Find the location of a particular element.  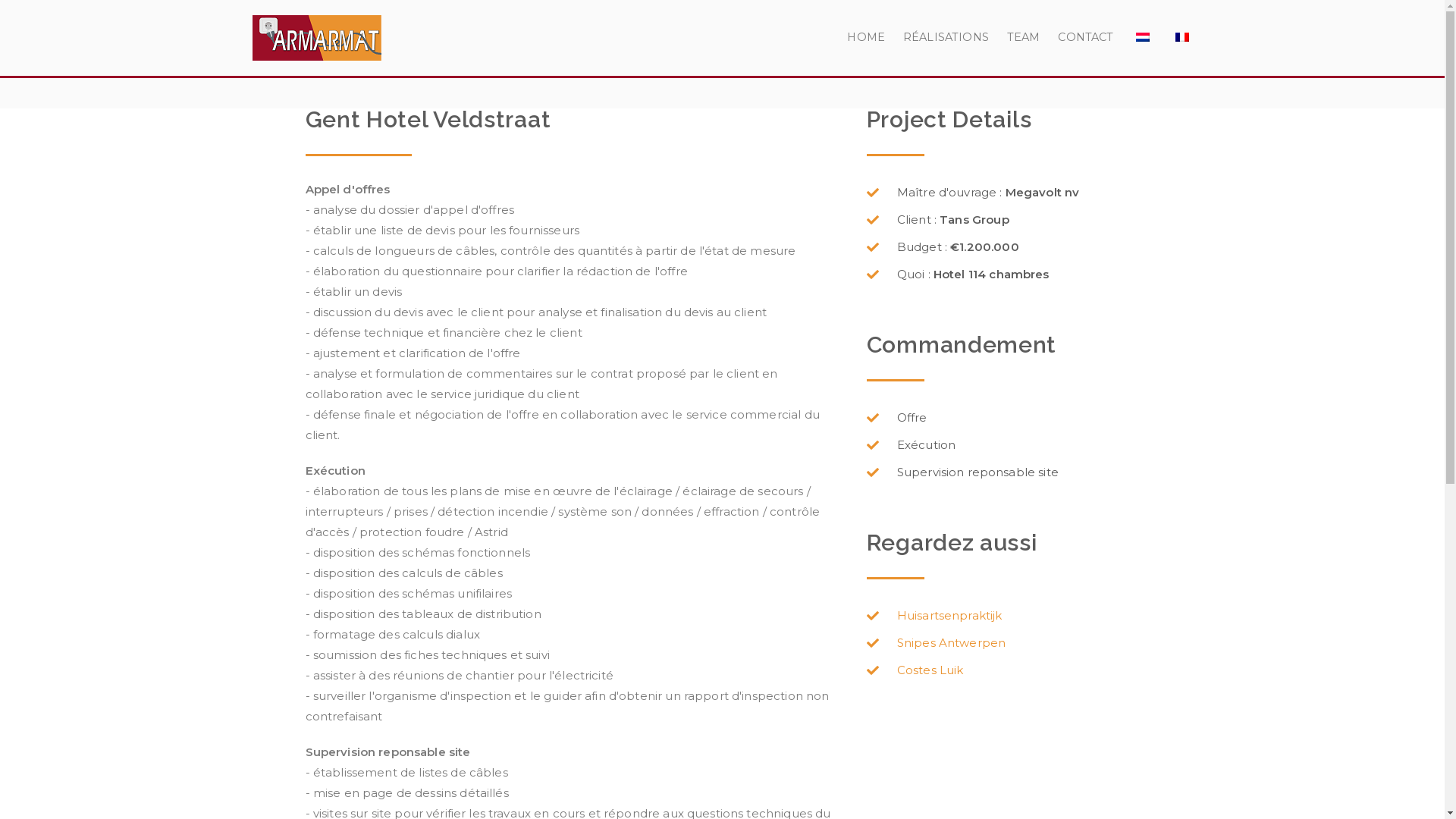

'TEAM' is located at coordinates (1023, 37).